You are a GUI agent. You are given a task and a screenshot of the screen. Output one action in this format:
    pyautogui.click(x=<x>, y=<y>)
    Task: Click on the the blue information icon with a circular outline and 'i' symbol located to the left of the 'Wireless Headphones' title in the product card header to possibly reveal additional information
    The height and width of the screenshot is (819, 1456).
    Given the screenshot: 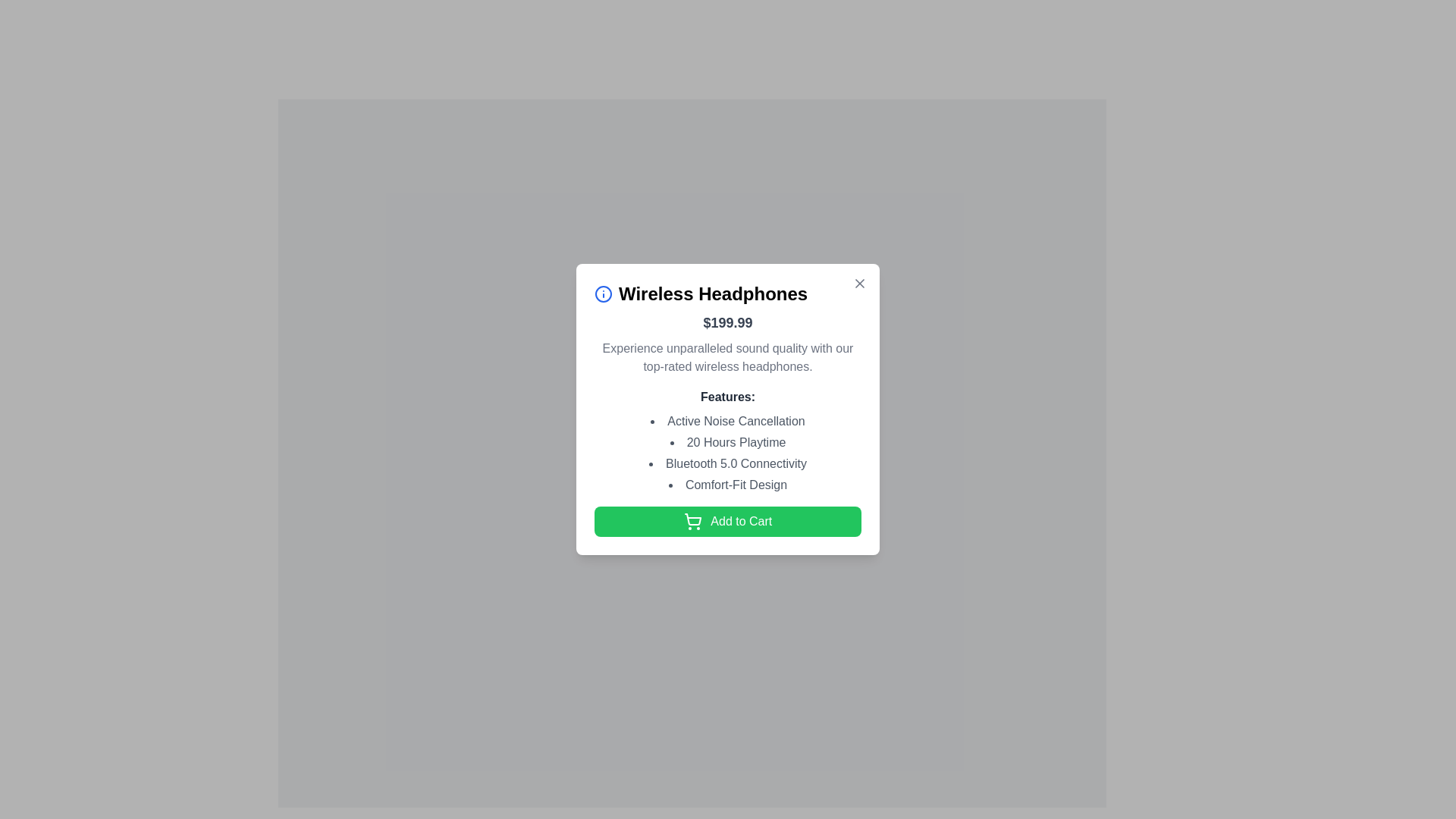 What is the action you would take?
    pyautogui.click(x=603, y=293)
    